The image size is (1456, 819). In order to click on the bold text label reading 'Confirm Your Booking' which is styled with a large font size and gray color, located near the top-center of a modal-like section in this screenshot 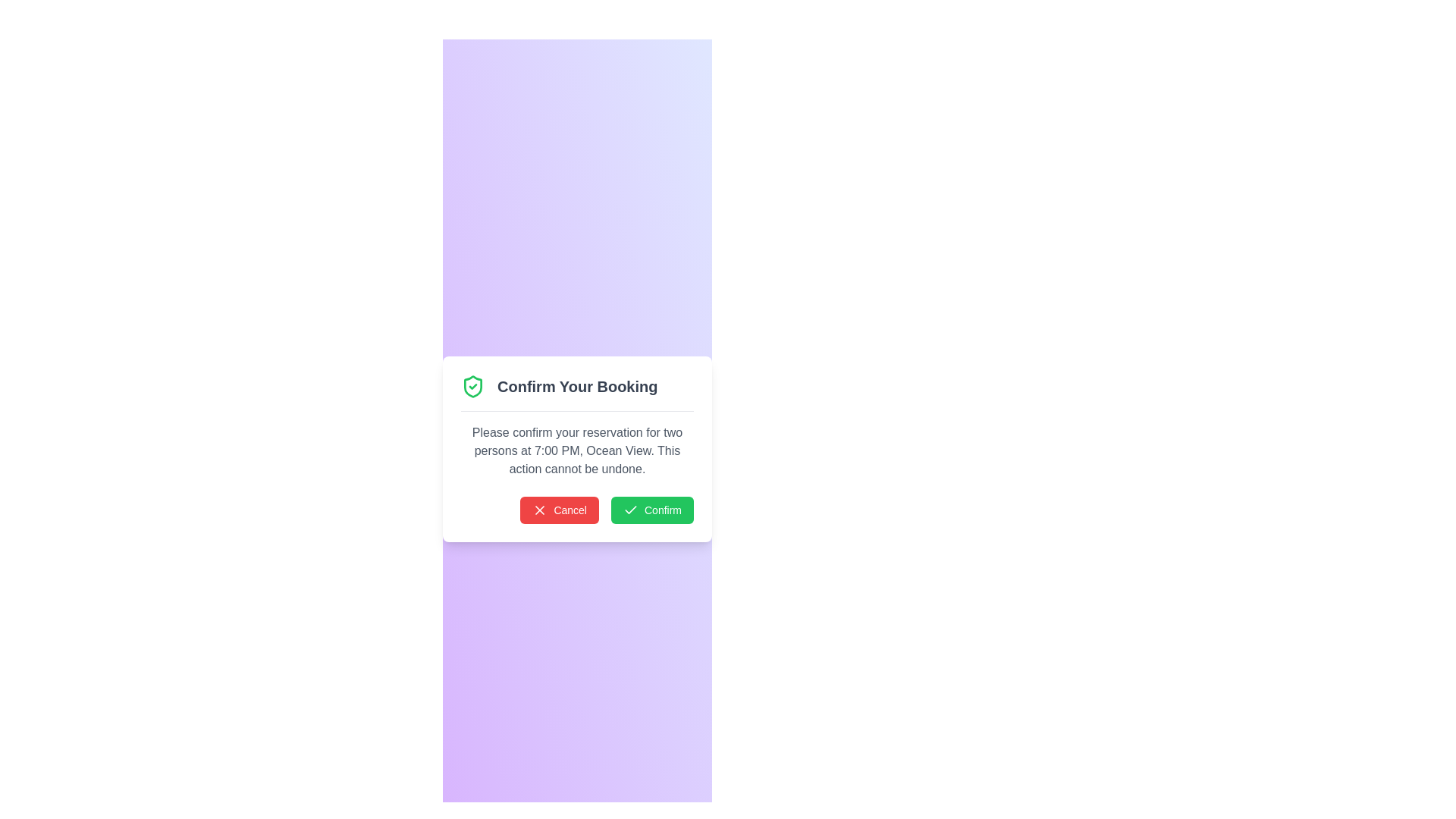, I will do `click(576, 385)`.